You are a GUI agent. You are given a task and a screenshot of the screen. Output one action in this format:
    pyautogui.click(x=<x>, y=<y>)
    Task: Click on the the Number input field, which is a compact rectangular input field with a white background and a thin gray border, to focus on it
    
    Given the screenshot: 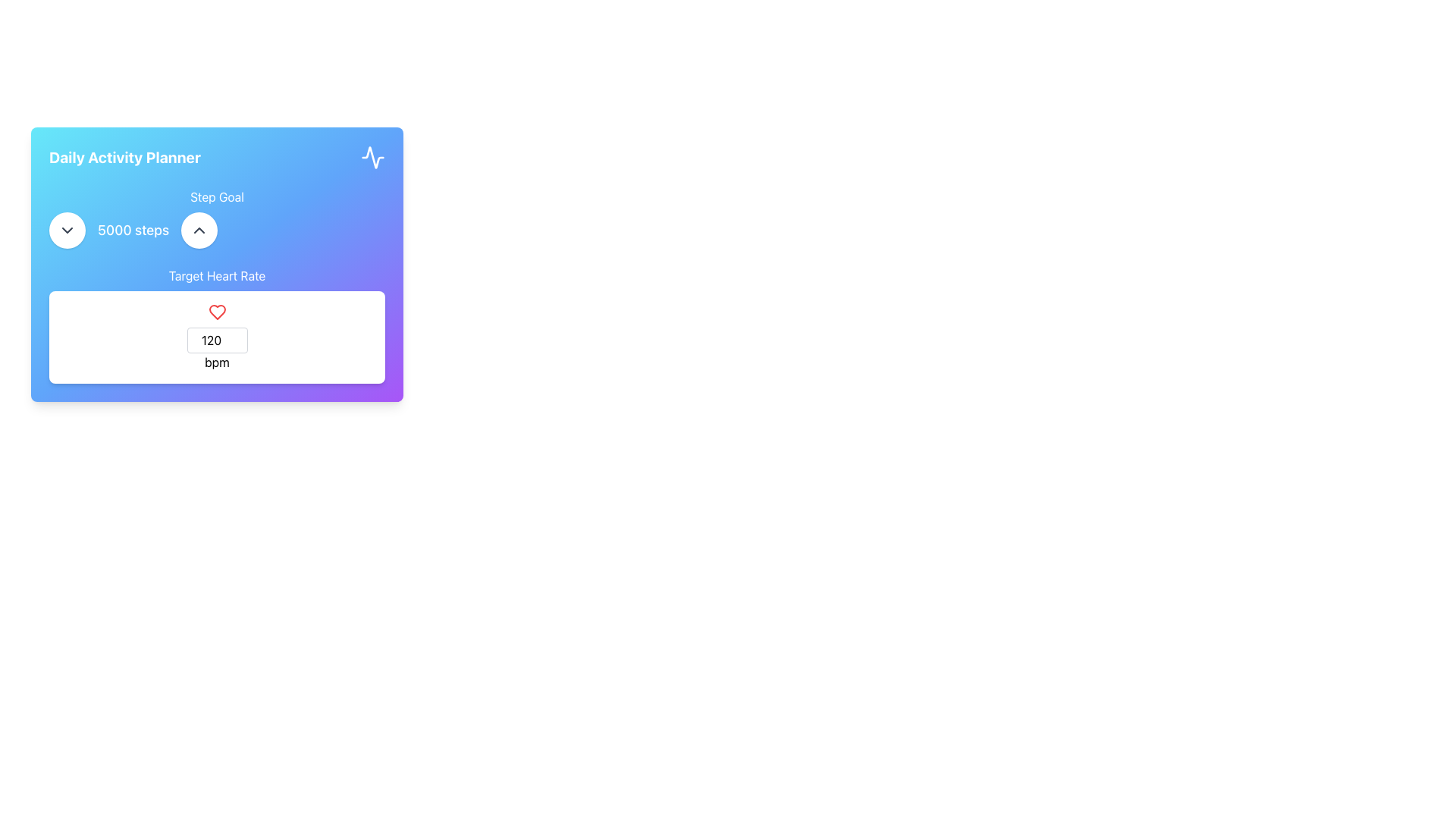 What is the action you would take?
    pyautogui.click(x=216, y=339)
    